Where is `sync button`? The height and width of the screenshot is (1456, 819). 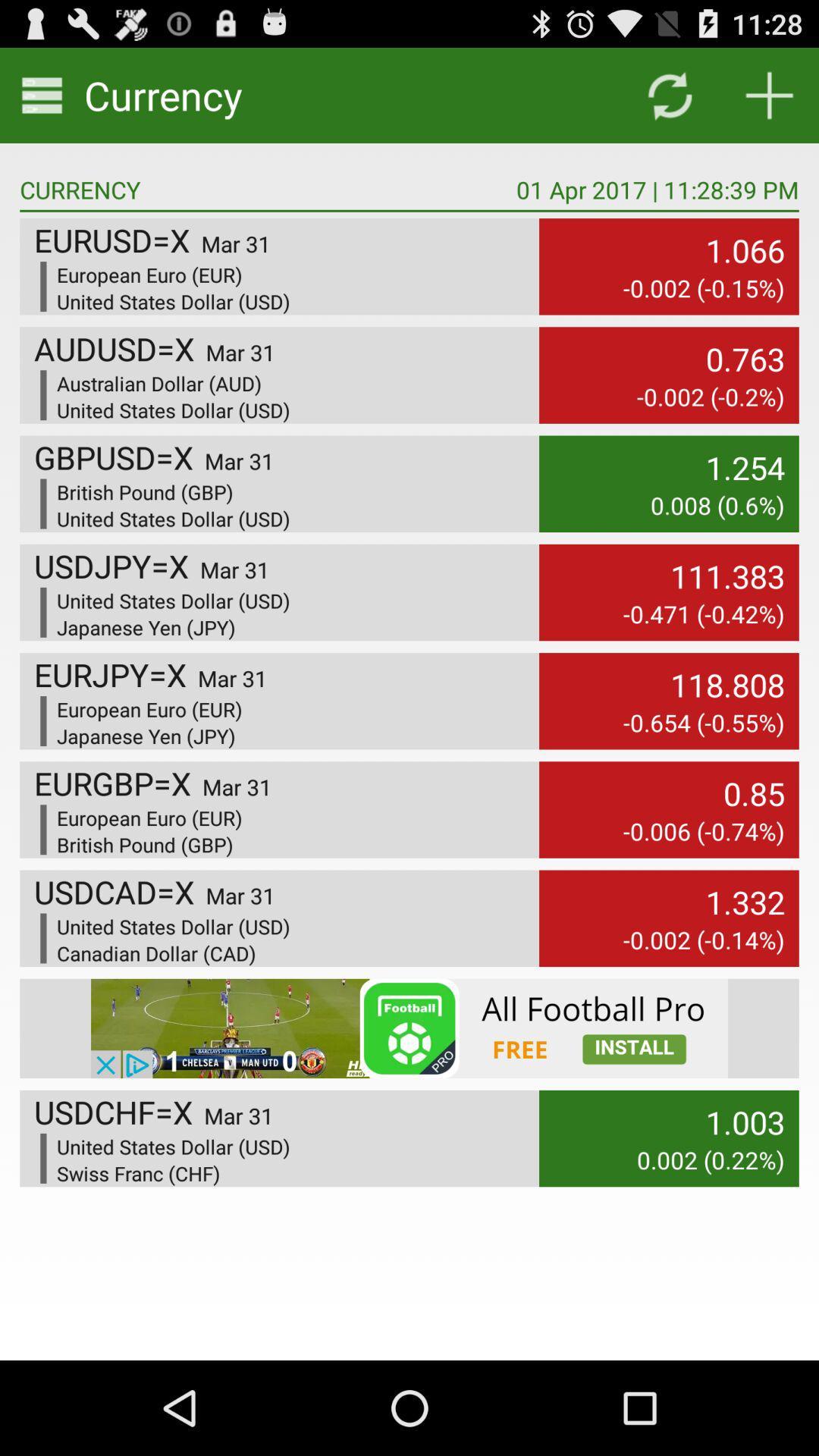 sync button is located at coordinates (669, 94).